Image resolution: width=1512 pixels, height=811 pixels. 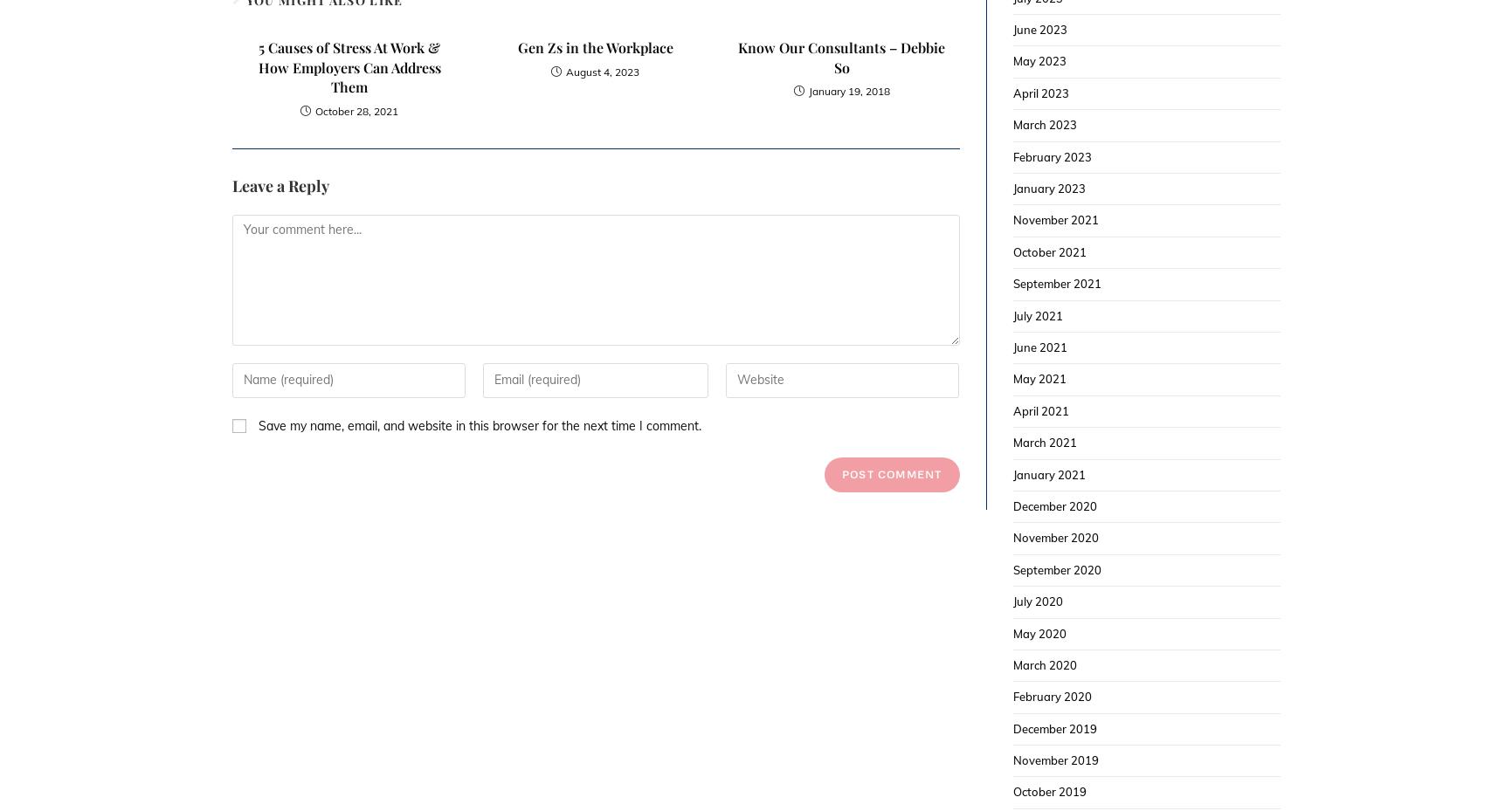 I want to click on 'Know Our Consultants – Debbie So', so click(x=840, y=56).